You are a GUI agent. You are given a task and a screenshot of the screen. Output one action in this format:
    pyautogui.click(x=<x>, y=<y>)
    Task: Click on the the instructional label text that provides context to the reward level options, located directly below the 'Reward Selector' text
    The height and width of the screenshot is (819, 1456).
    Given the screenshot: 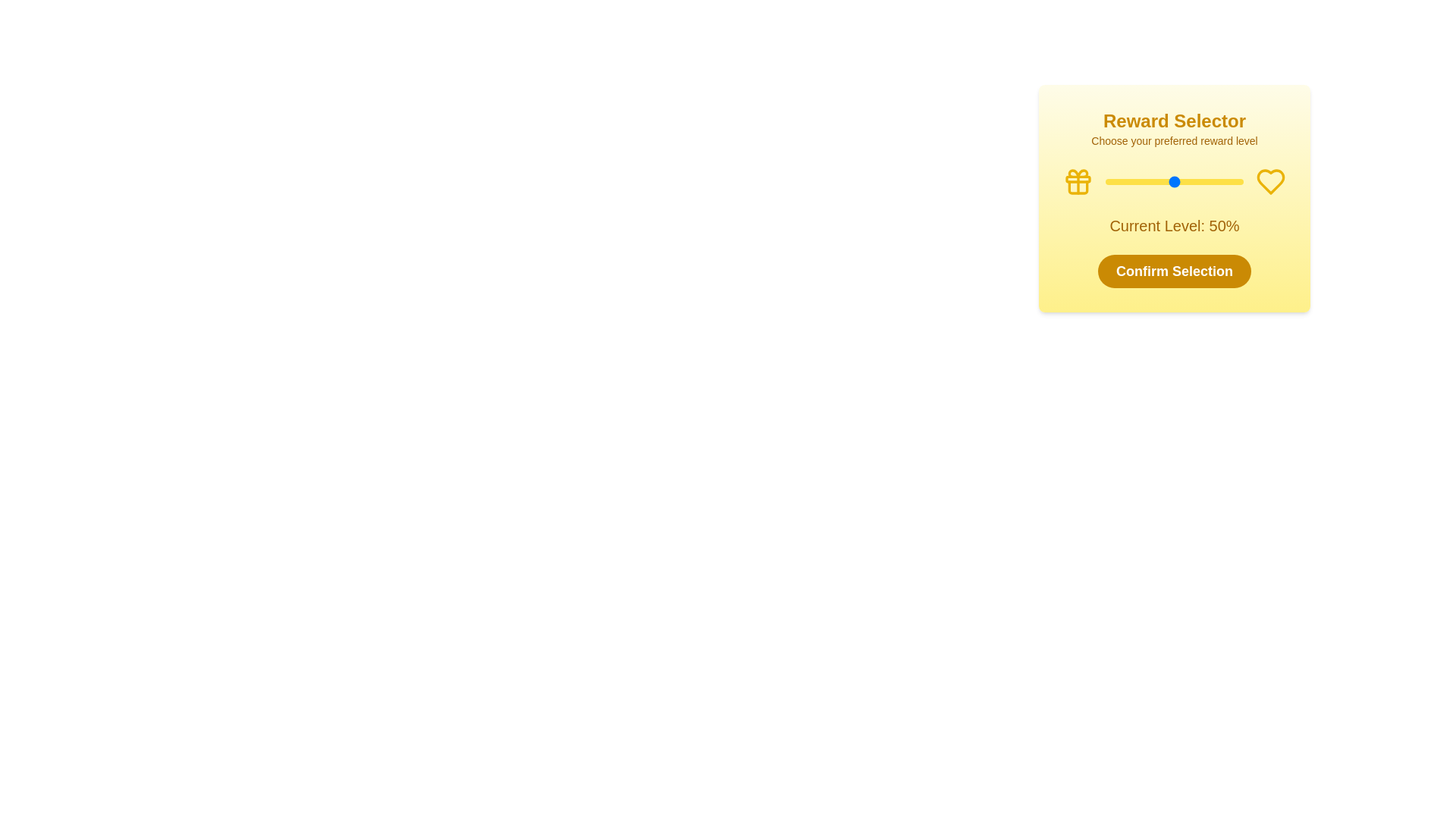 What is the action you would take?
    pyautogui.click(x=1174, y=140)
    